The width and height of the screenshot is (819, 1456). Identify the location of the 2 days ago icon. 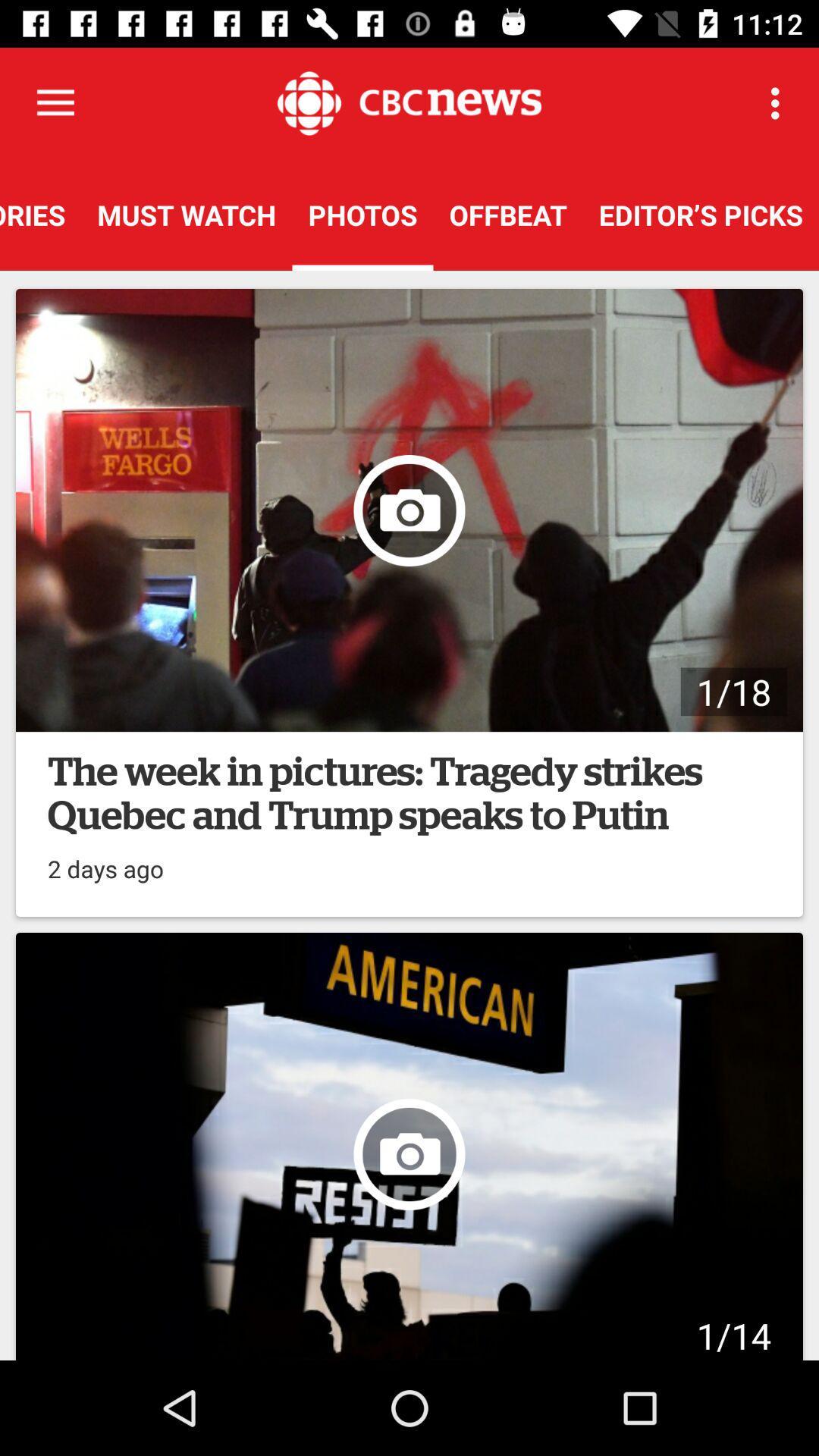
(105, 861).